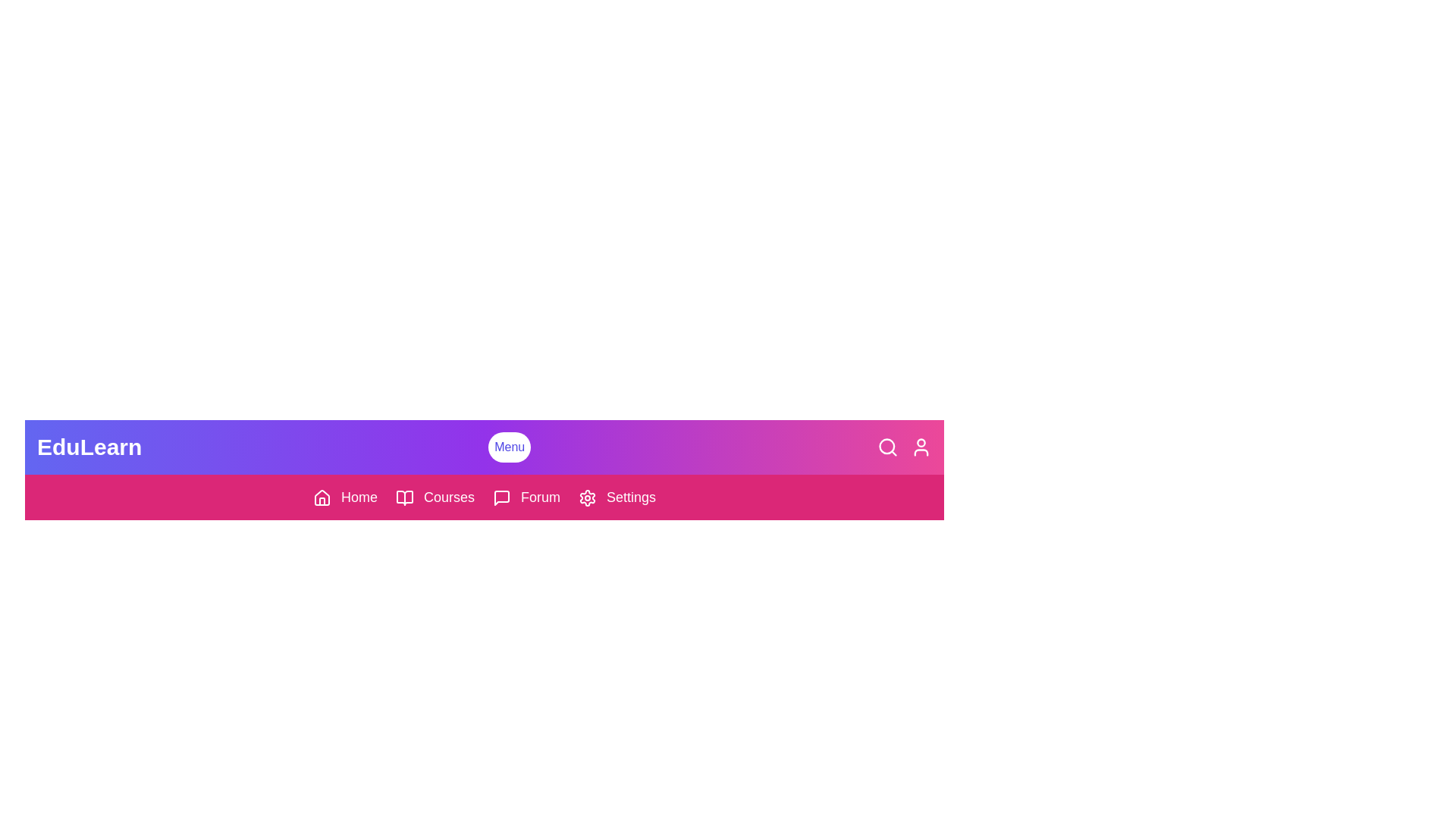  What do you see at coordinates (888, 447) in the screenshot?
I see `the 'Search' icon in the app bar` at bounding box center [888, 447].